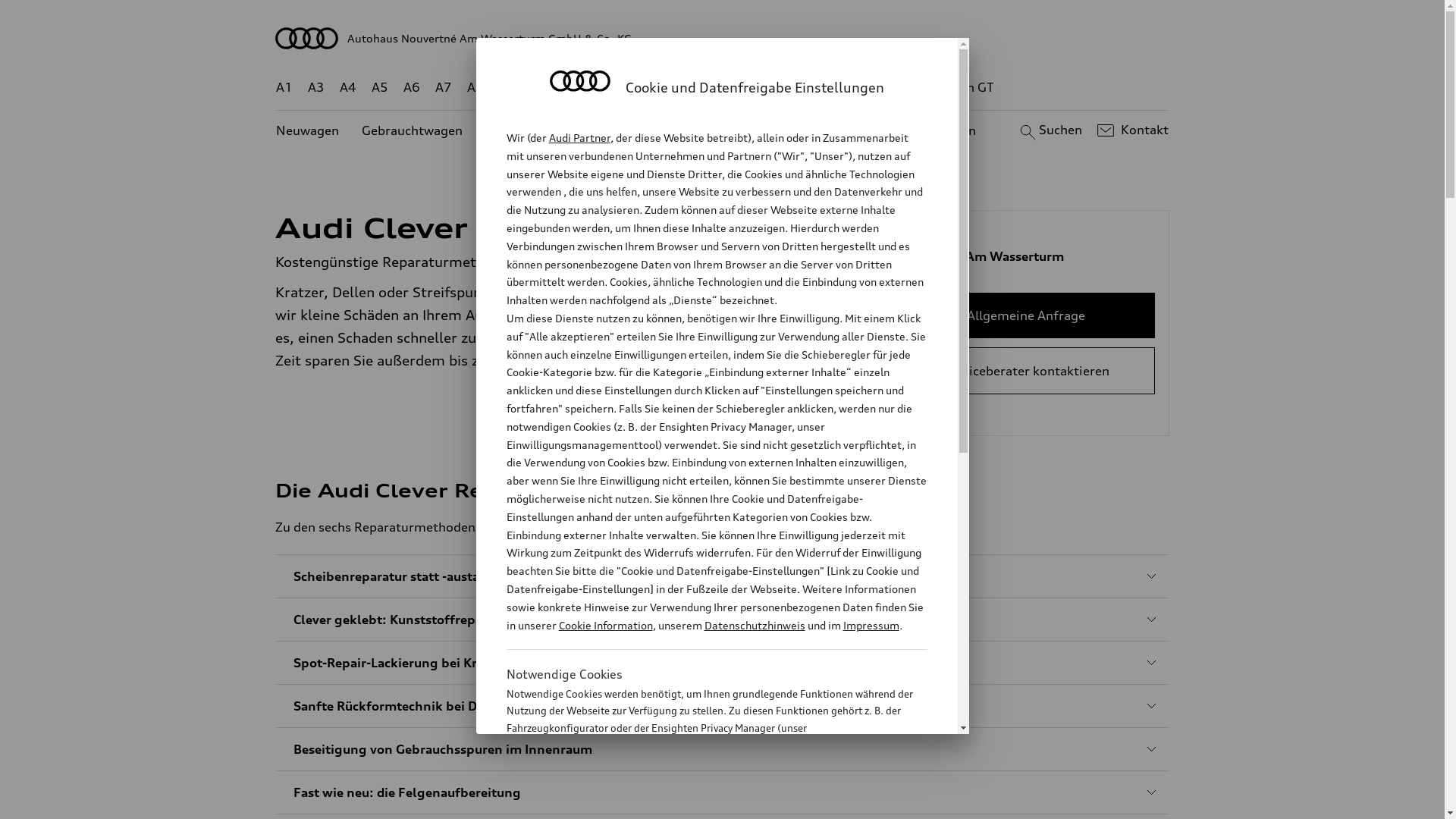  What do you see at coordinates (1131, 130) in the screenshot?
I see `'Kontakt'` at bounding box center [1131, 130].